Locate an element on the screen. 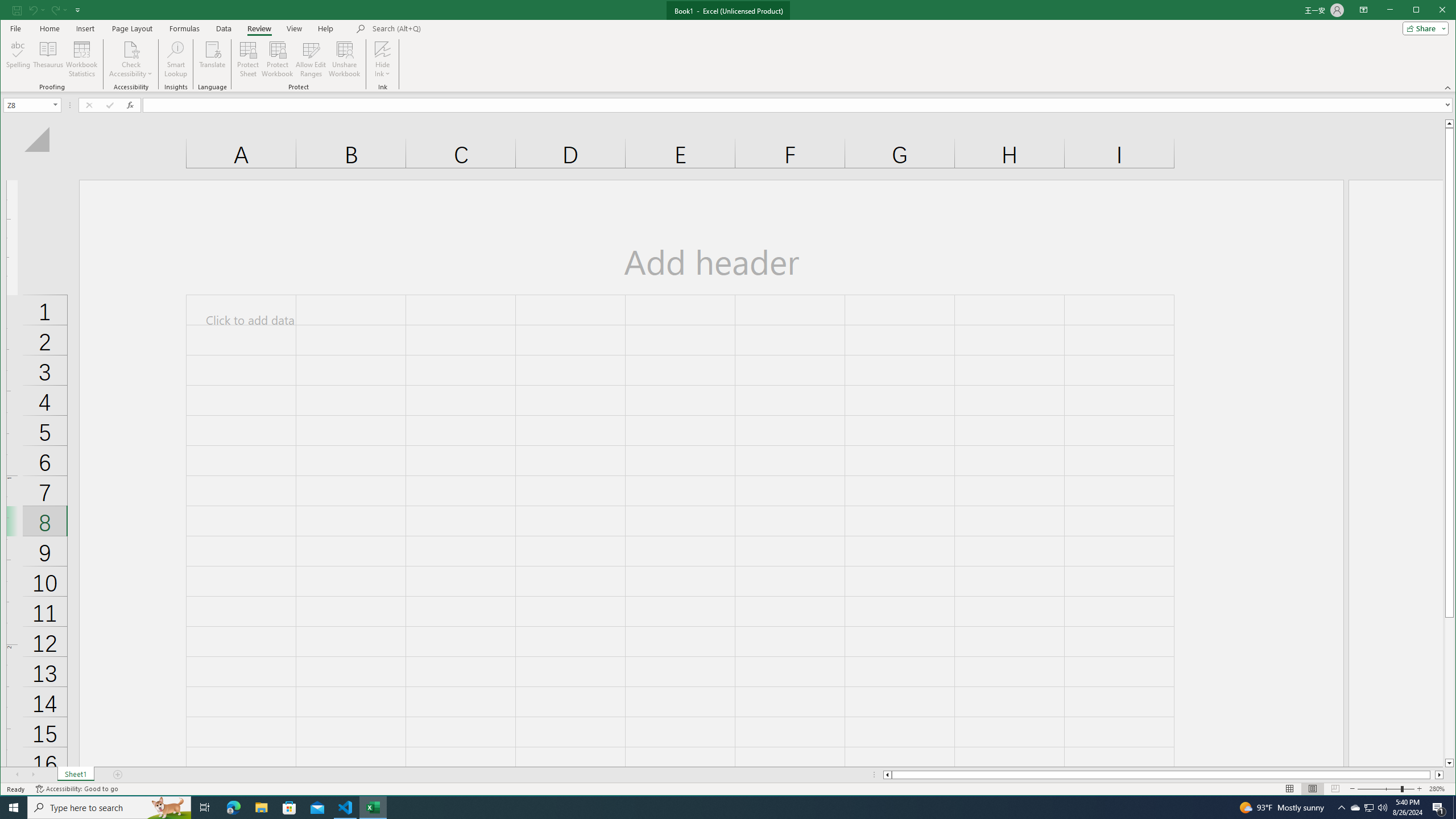 The height and width of the screenshot is (819, 1456). 'Start' is located at coordinates (14, 806).